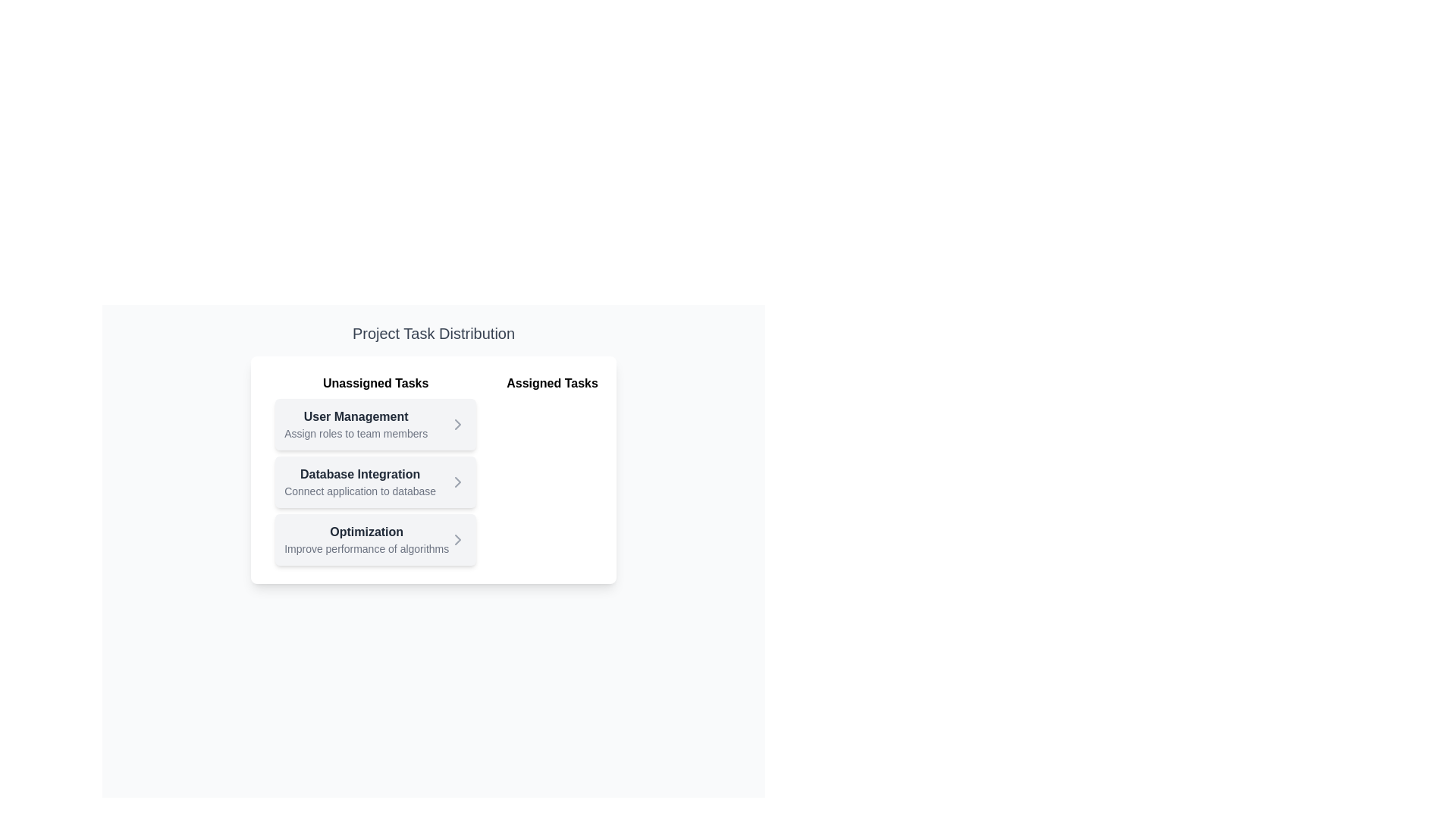 The height and width of the screenshot is (819, 1456). I want to click on arrow button next to the task titled Optimization in the Unassigned Tasks list, so click(457, 539).